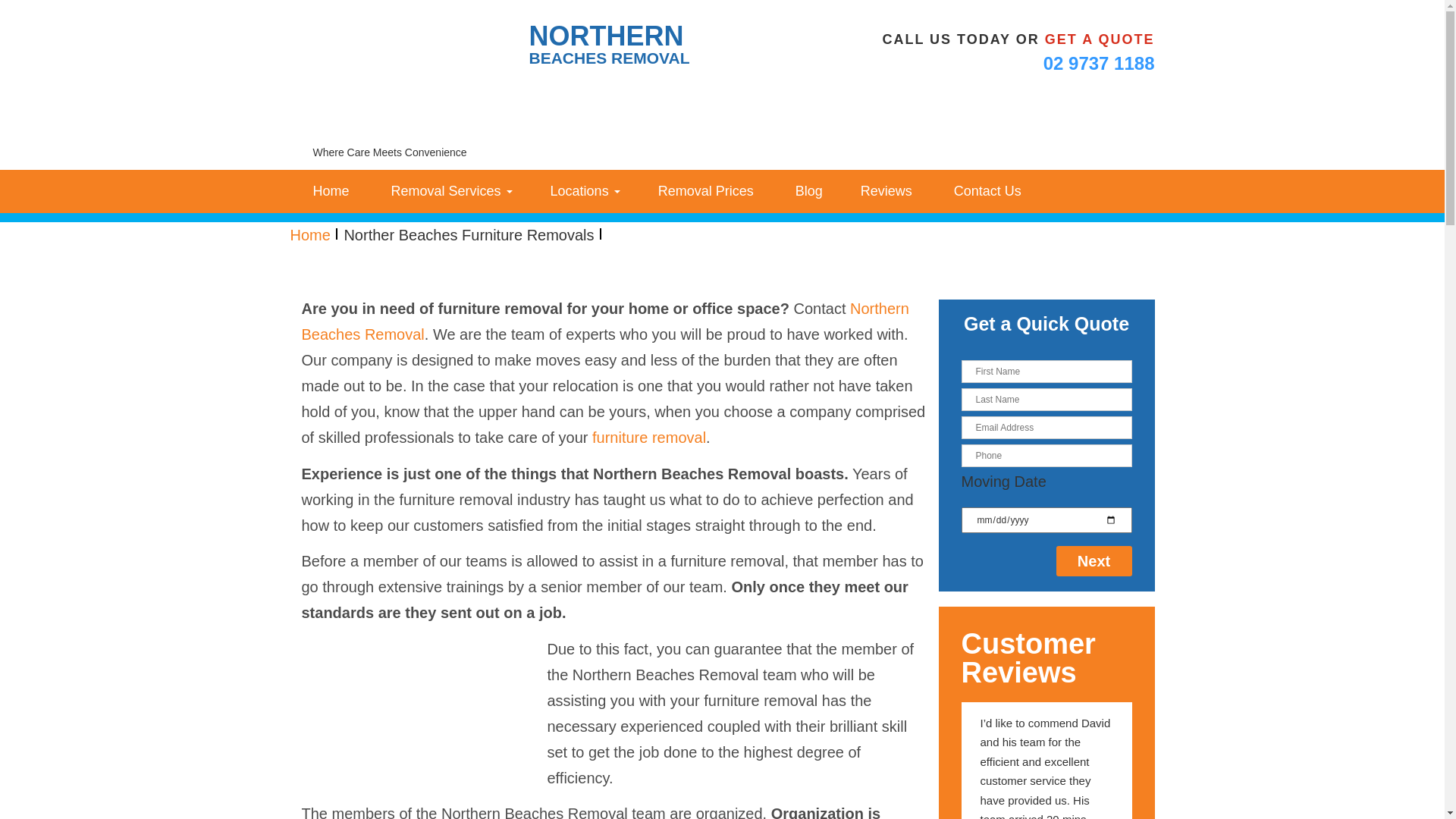  Describe the element at coordinates (648, 438) in the screenshot. I see `'furniture removal'` at that location.